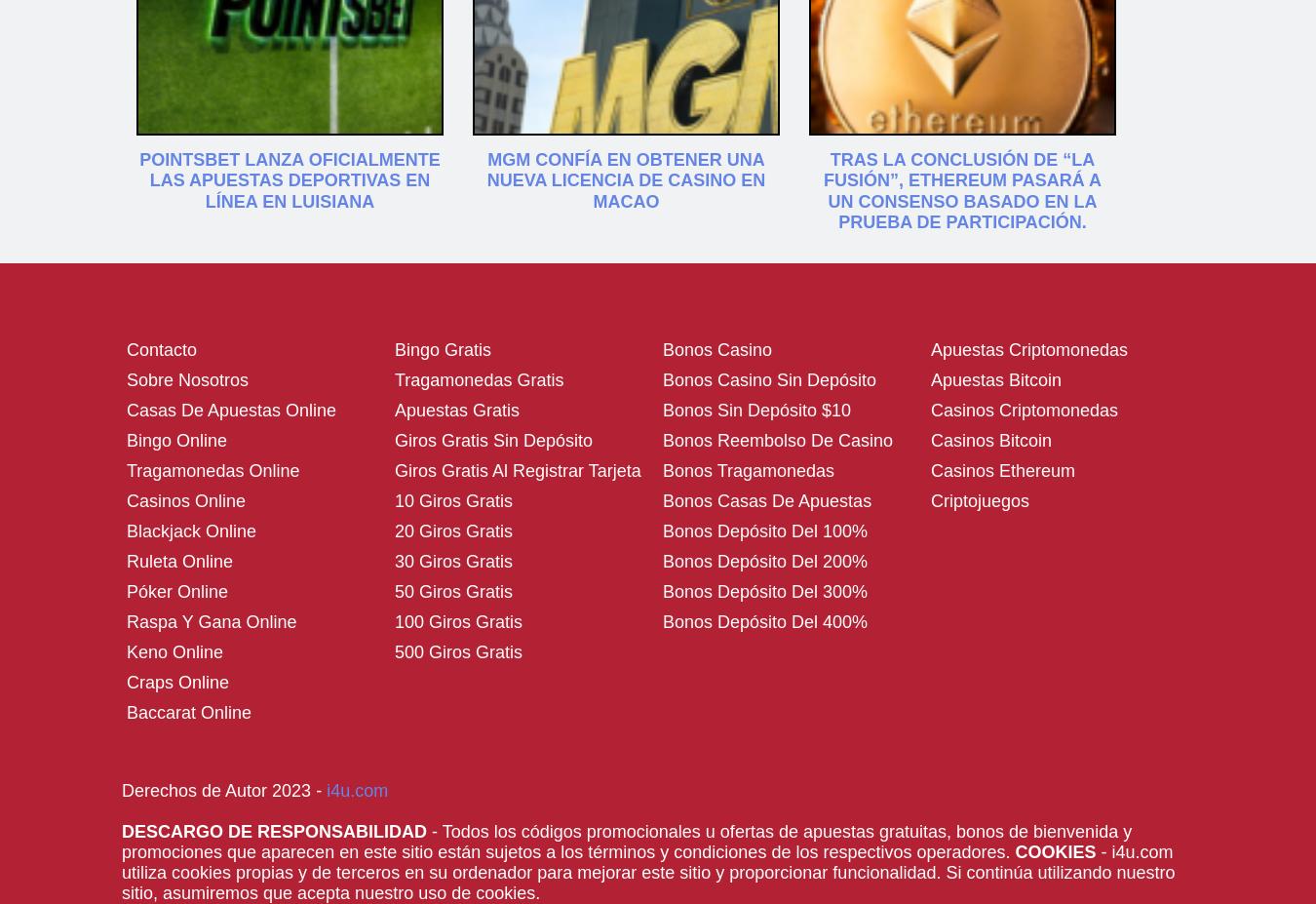 Image resolution: width=1316 pixels, height=904 pixels. What do you see at coordinates (186, 500) in the screenshot?
I see `'Casinos Online'` at bounding box center [186, 500].